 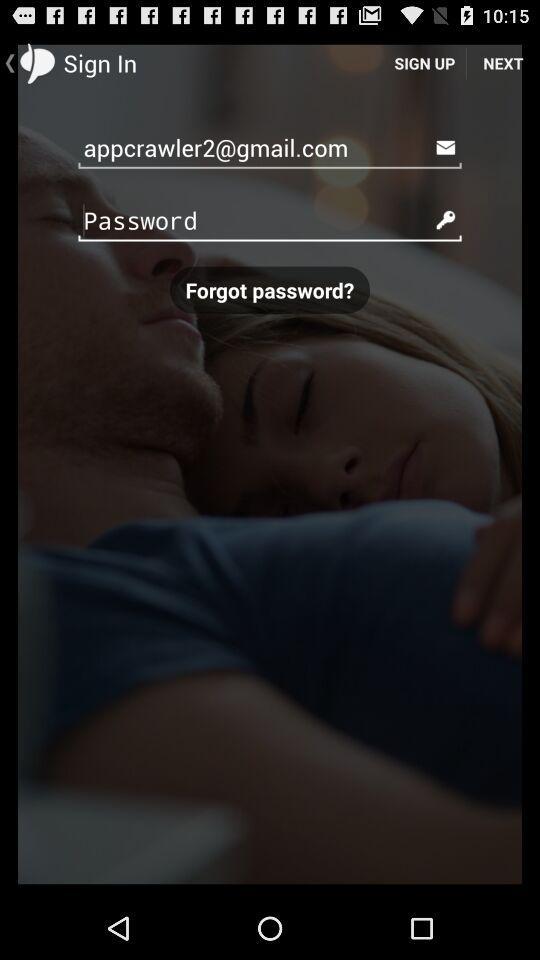 What do you see at coordinates (423, 62) in the screenshot?
I see `the sign up` at bounding box center [423, 62].